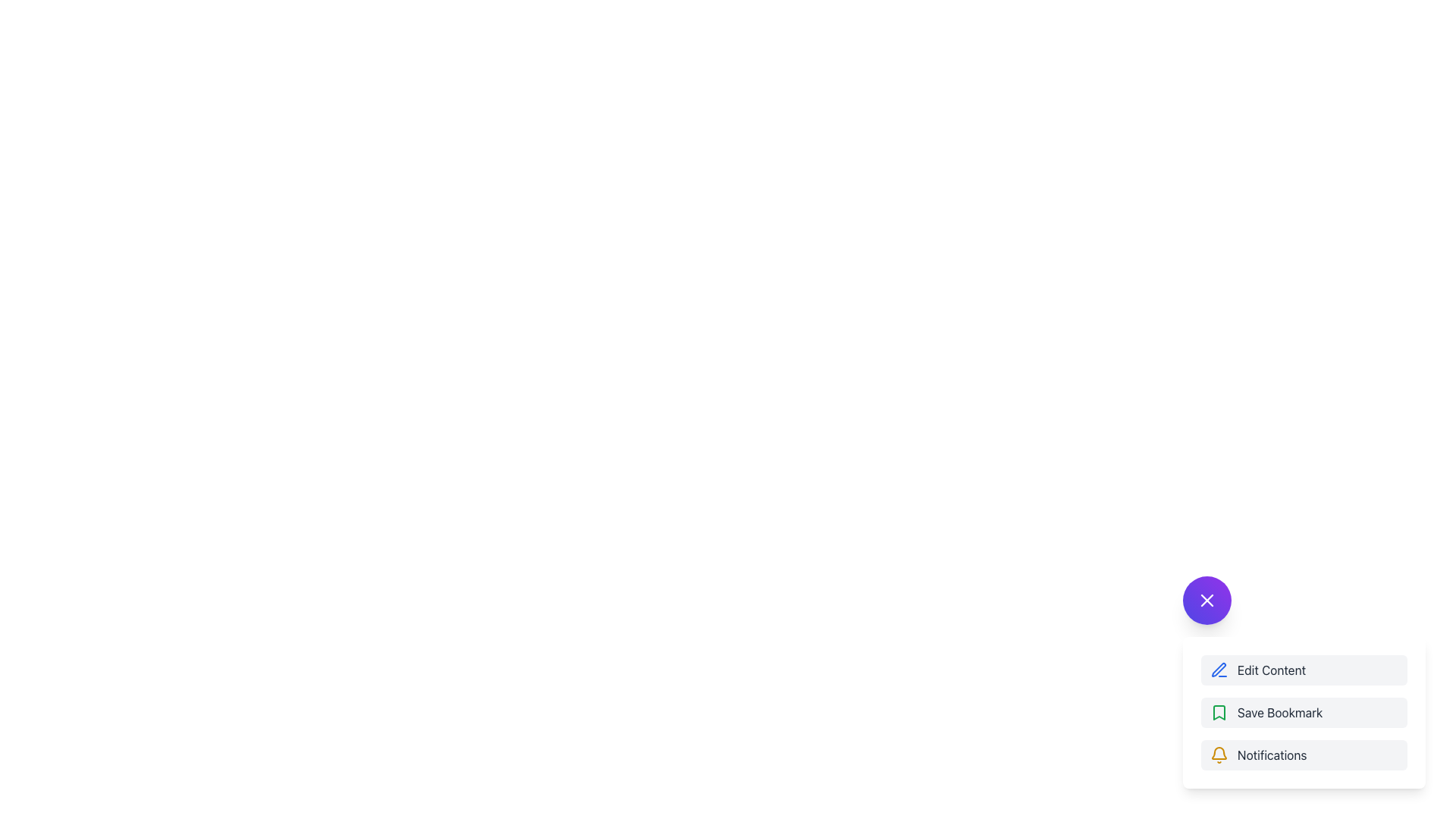  Describe the element at coordinates (1219, 713) in the screenshot. I see `the green bookmark icon located in the 'Save Bookmark' button, which is the second option in the vertical dropdown list from the circular purple button with an 'X'` at that location.